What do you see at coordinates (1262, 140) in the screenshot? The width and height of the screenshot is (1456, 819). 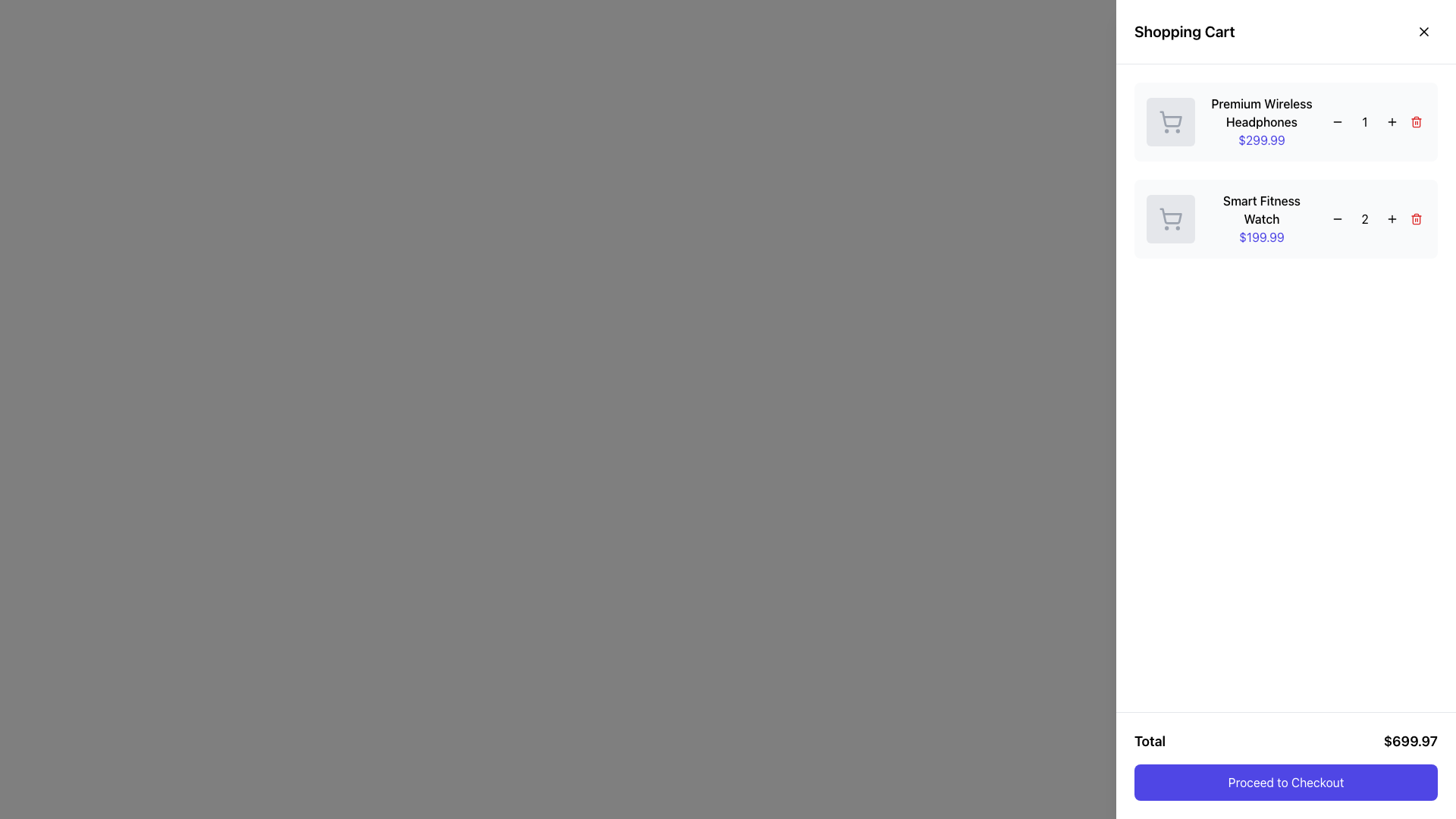 I see `the text label displaying the price '$299.99' in blue font, located within the shopping cart interface below the product name 'Premium Wireless Headphones'` at bounding box center [1262, 140].